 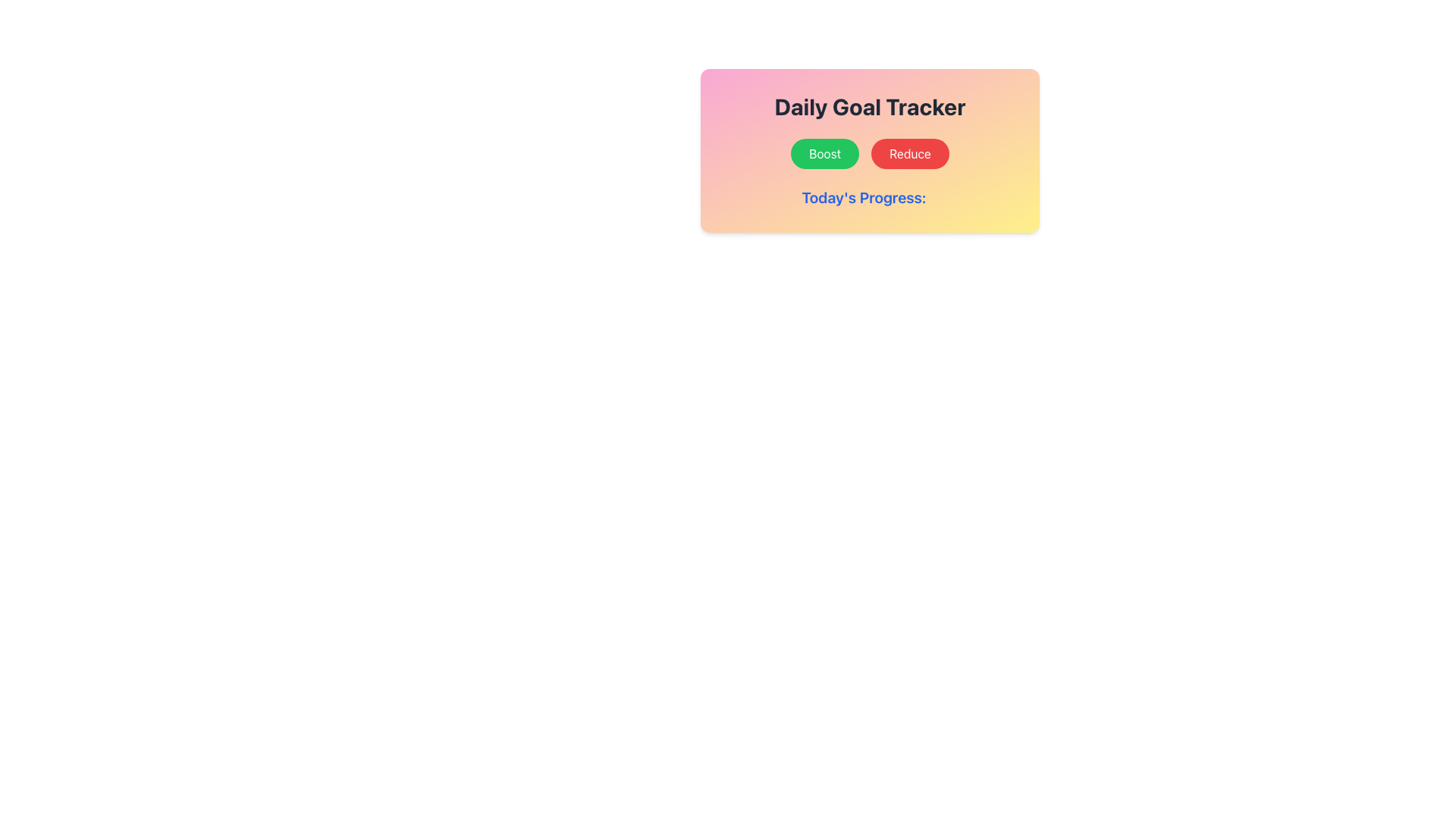 What do you see at coordinates (910, 154) in the screenshot?
I see `the 'Reduce' button, which is the rightmost button in the 'Daily Goal Tracker' section` at bounding box center [910, 154].